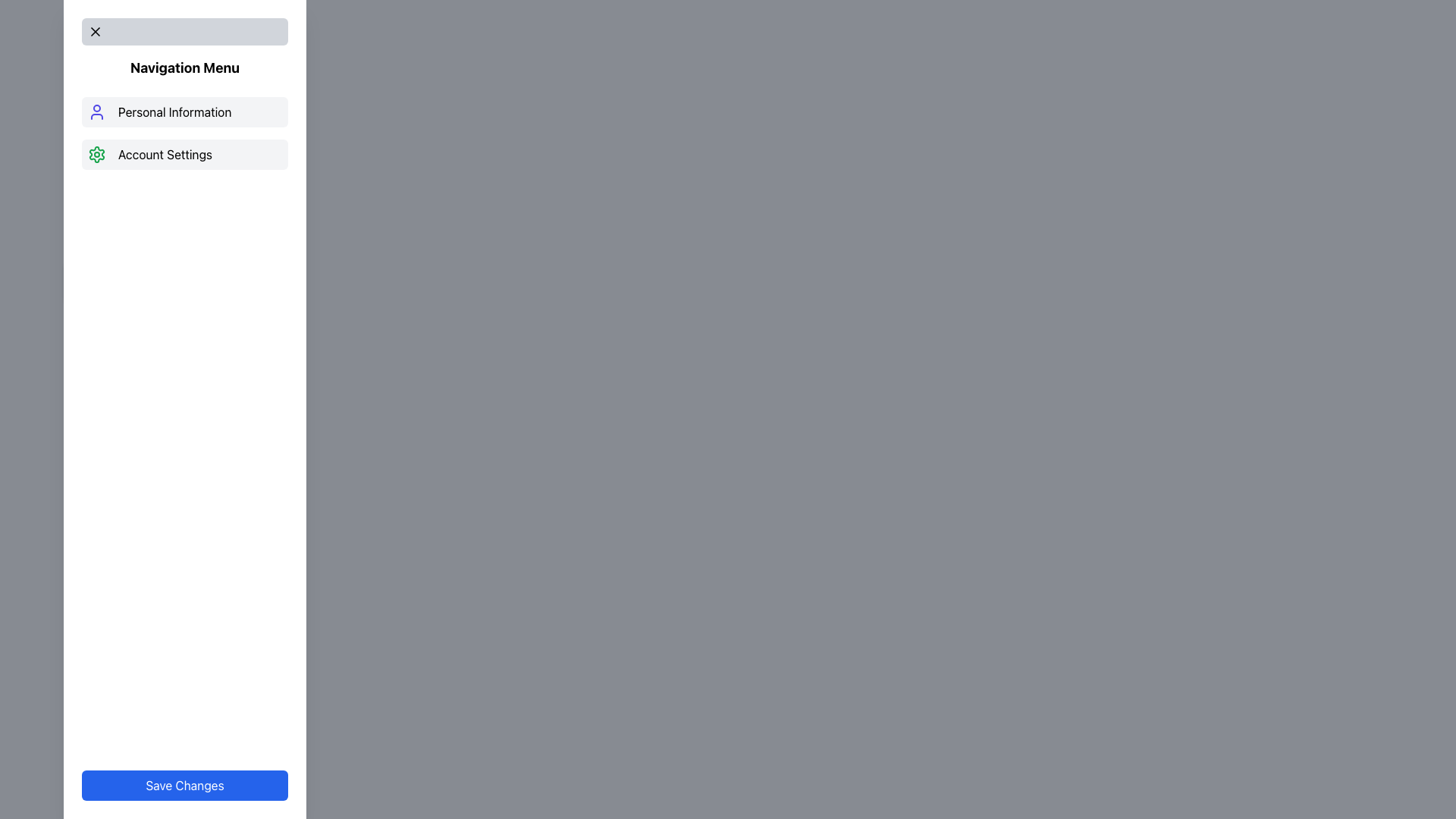 Image resolution: width=1456 pixels, height=819 pixels. I want to click on the close button located at the top-left of the page, so click(94, 32).